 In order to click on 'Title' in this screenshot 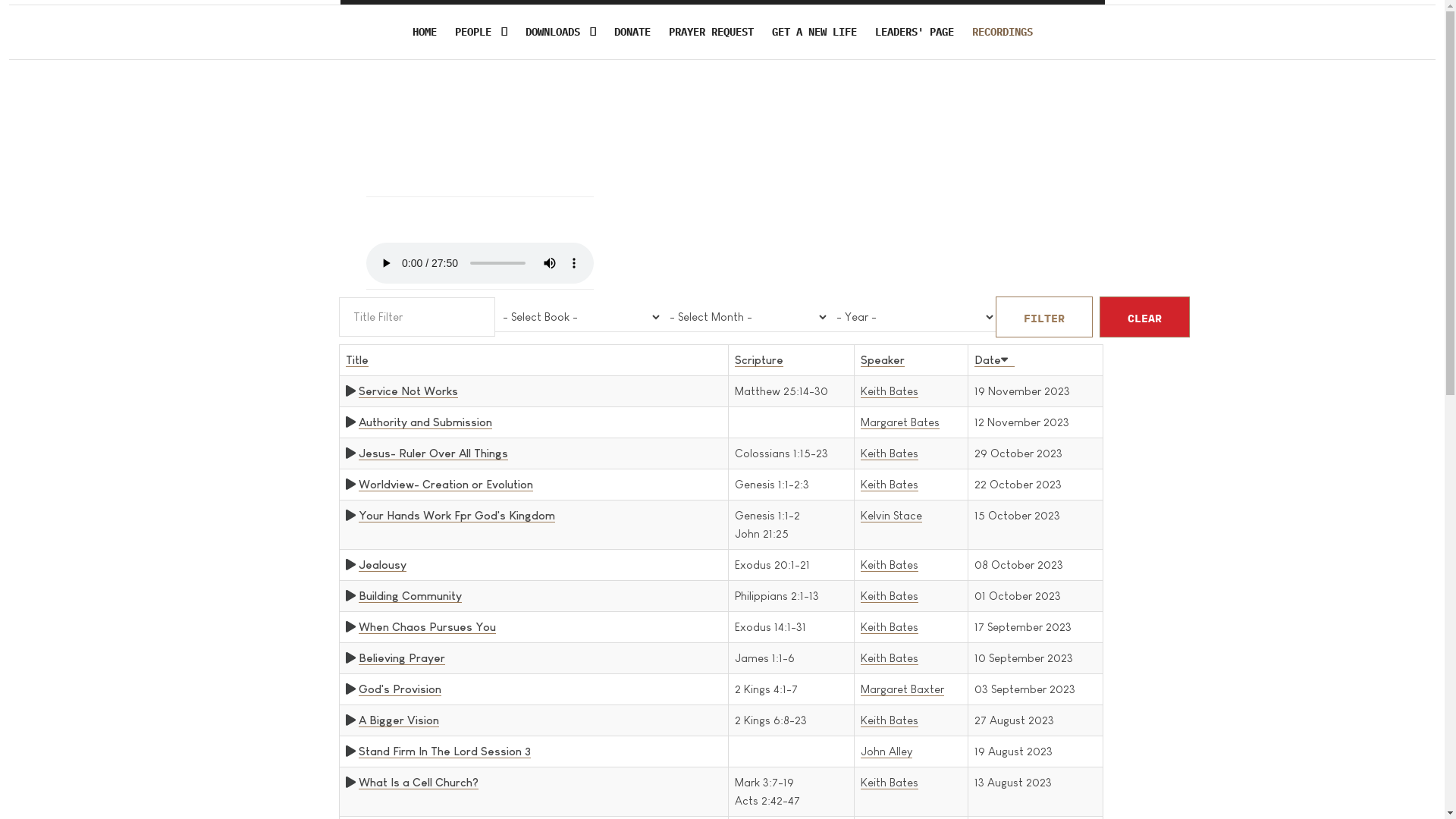, I will do `click(356, 359)`.